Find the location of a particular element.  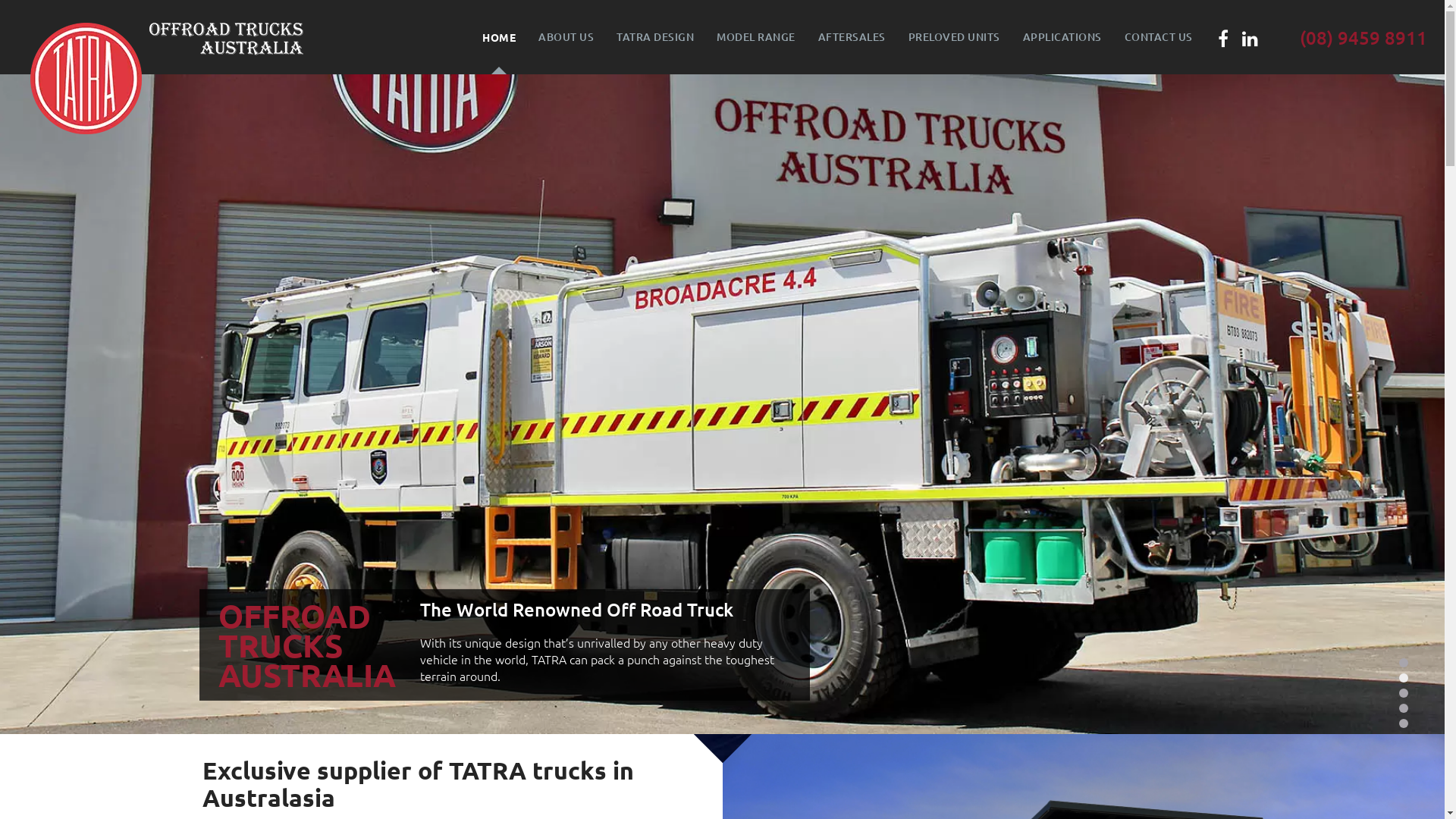

'TATRA DESIGN' is located at coordinates (655, 36).